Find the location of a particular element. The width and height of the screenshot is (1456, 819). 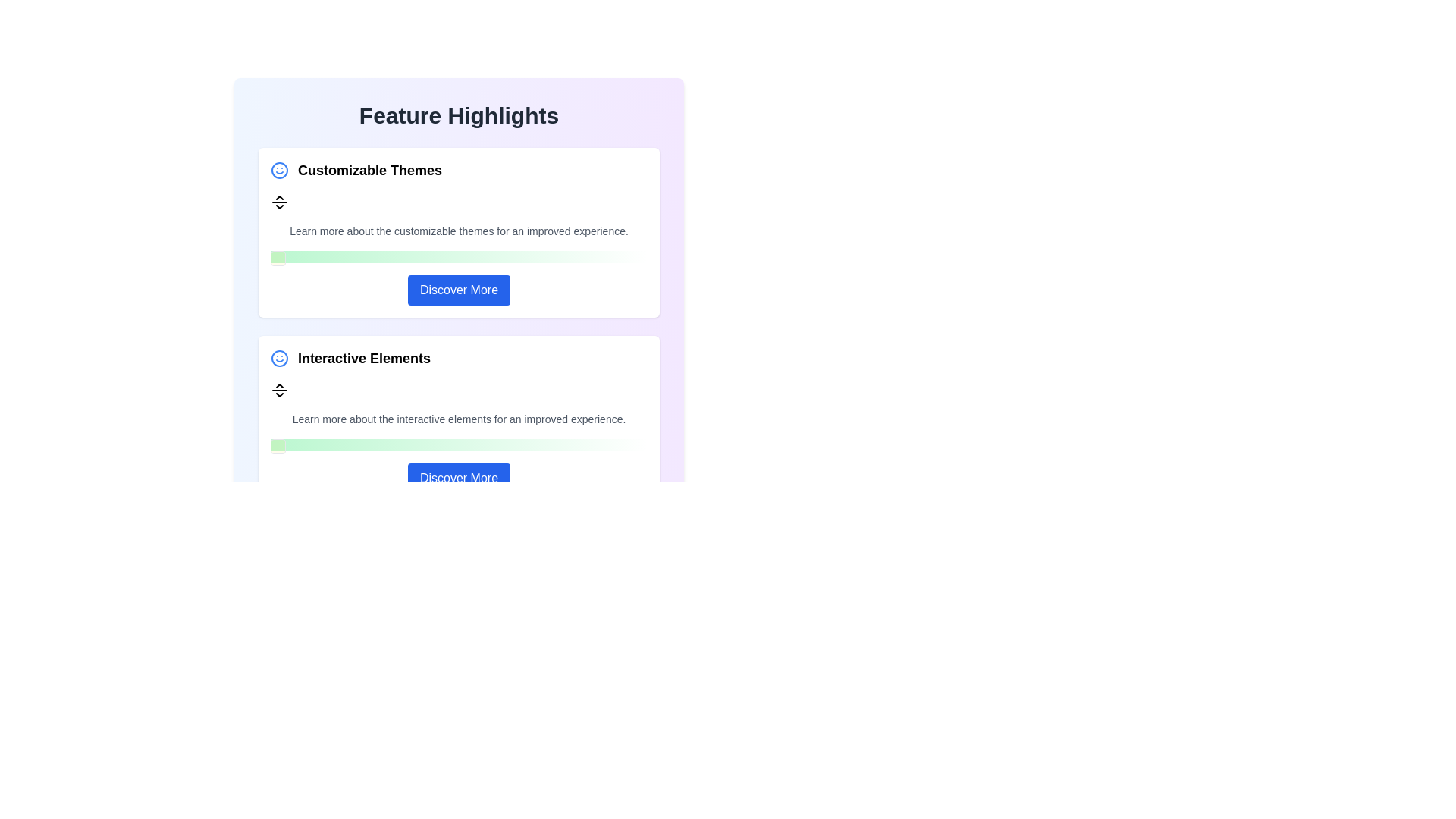

the Text display component that provides information about the 'Interactive Elements' feature, located below the 'Interactive Elements' subheading and within the second section of the interface is located at coordinates (458, 419).